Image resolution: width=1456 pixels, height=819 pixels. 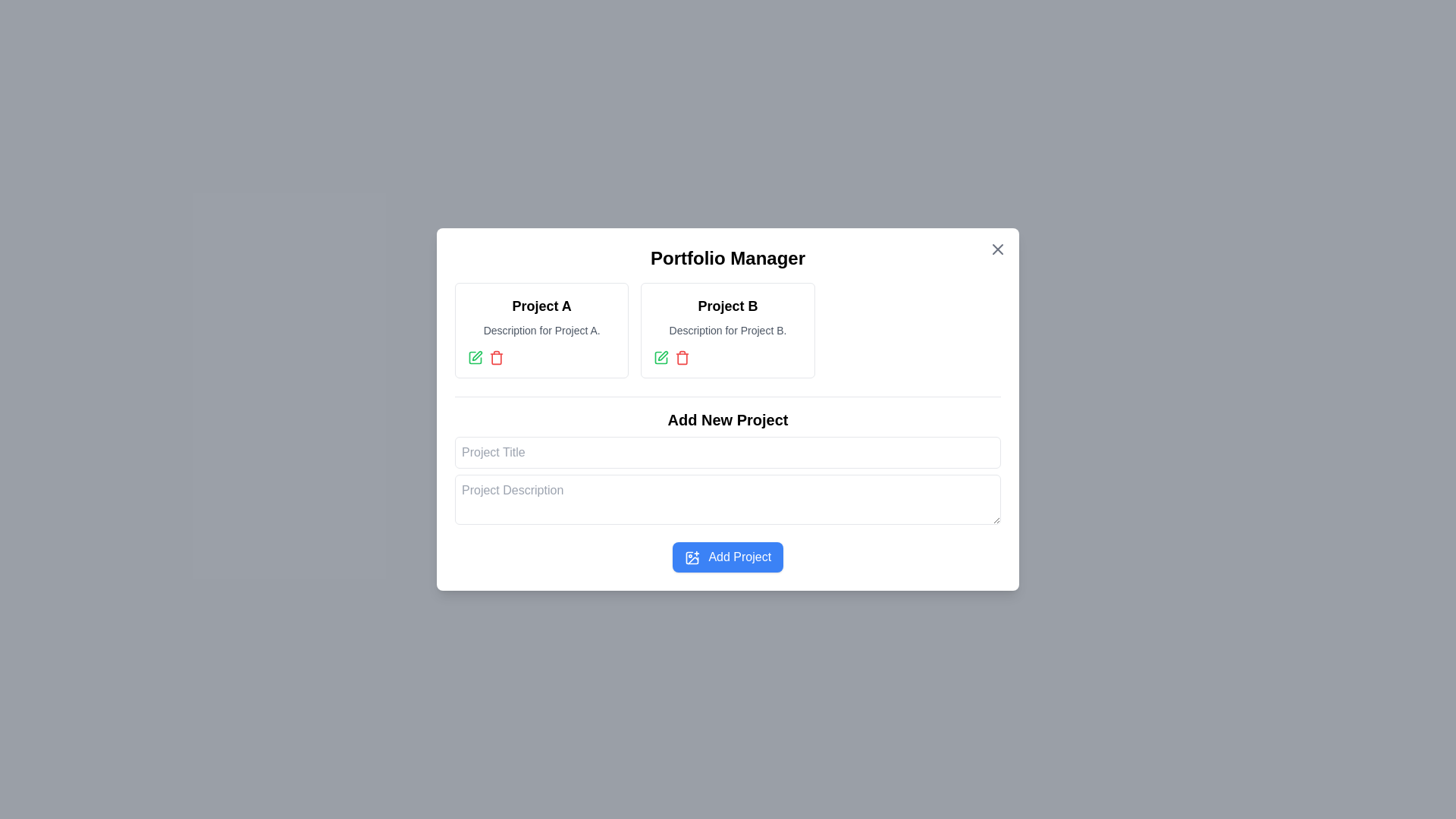 What do you see at coordinates (691, 557) in the screenshot?
I see `the plus icon on the left side of the 'Add Project' button, which has a blue background and white text, located at the bottom-center of the modal window` at bounding box center [691, 557].